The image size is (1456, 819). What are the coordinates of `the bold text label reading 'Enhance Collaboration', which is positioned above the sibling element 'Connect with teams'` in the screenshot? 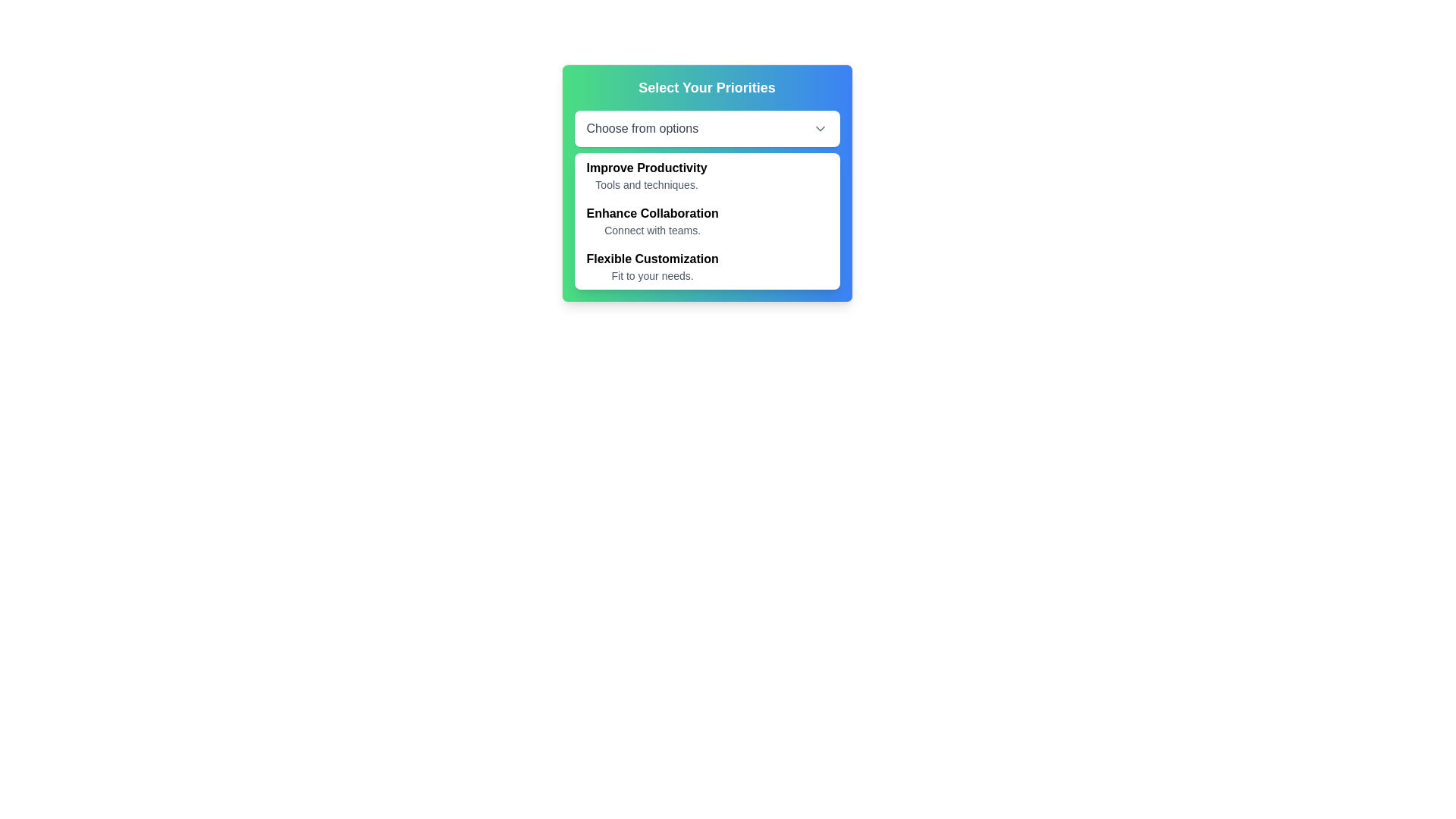 It's located at (652, 213).